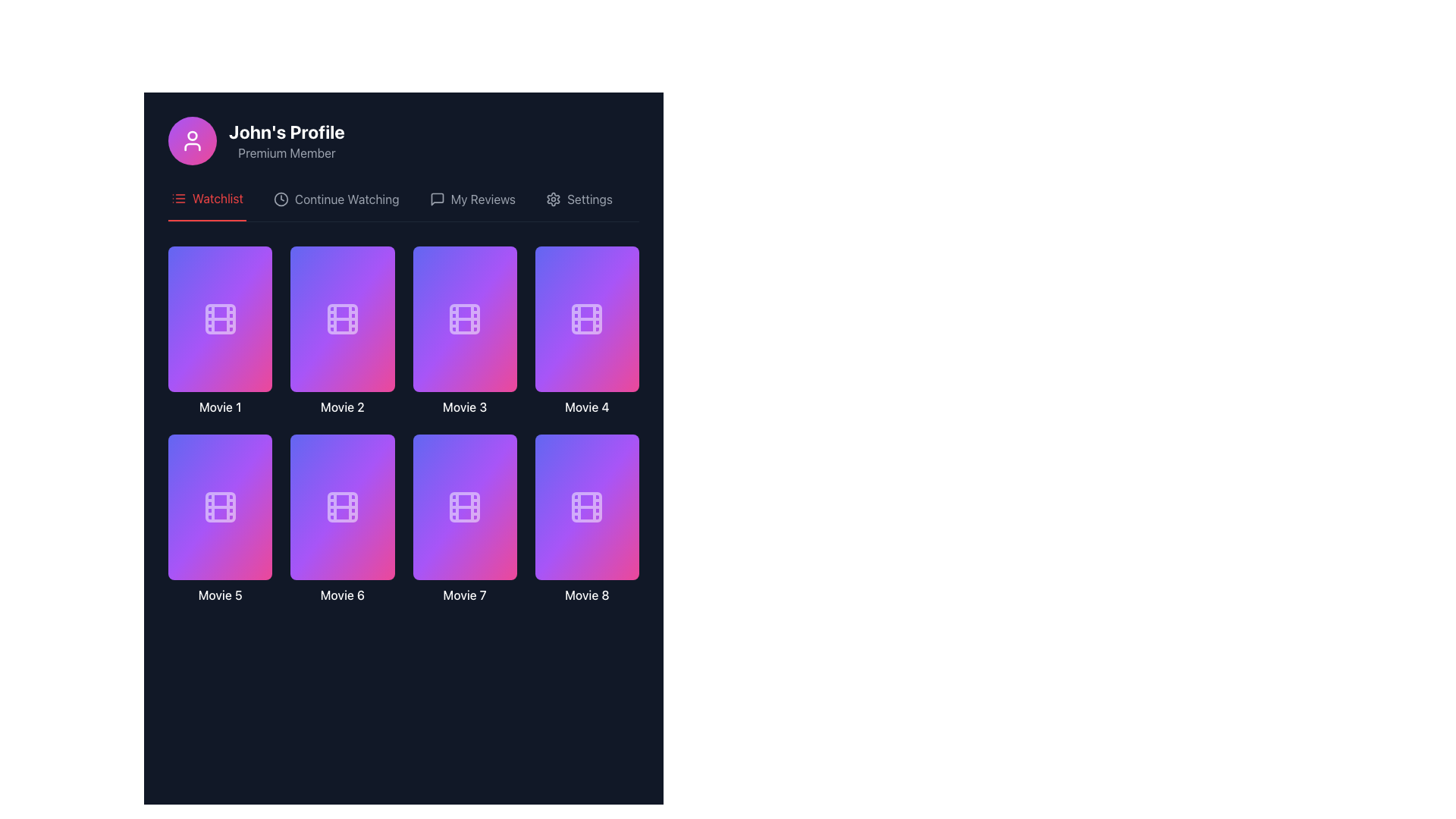 This screenshot has height=819, width=1456. Describe the element at coordinates (587, 500) in the screenshot. I see `the play button icon located in the bottom-right section of the eighth movie card in the second row and fourth column of the grid to receive feedback` at that location.